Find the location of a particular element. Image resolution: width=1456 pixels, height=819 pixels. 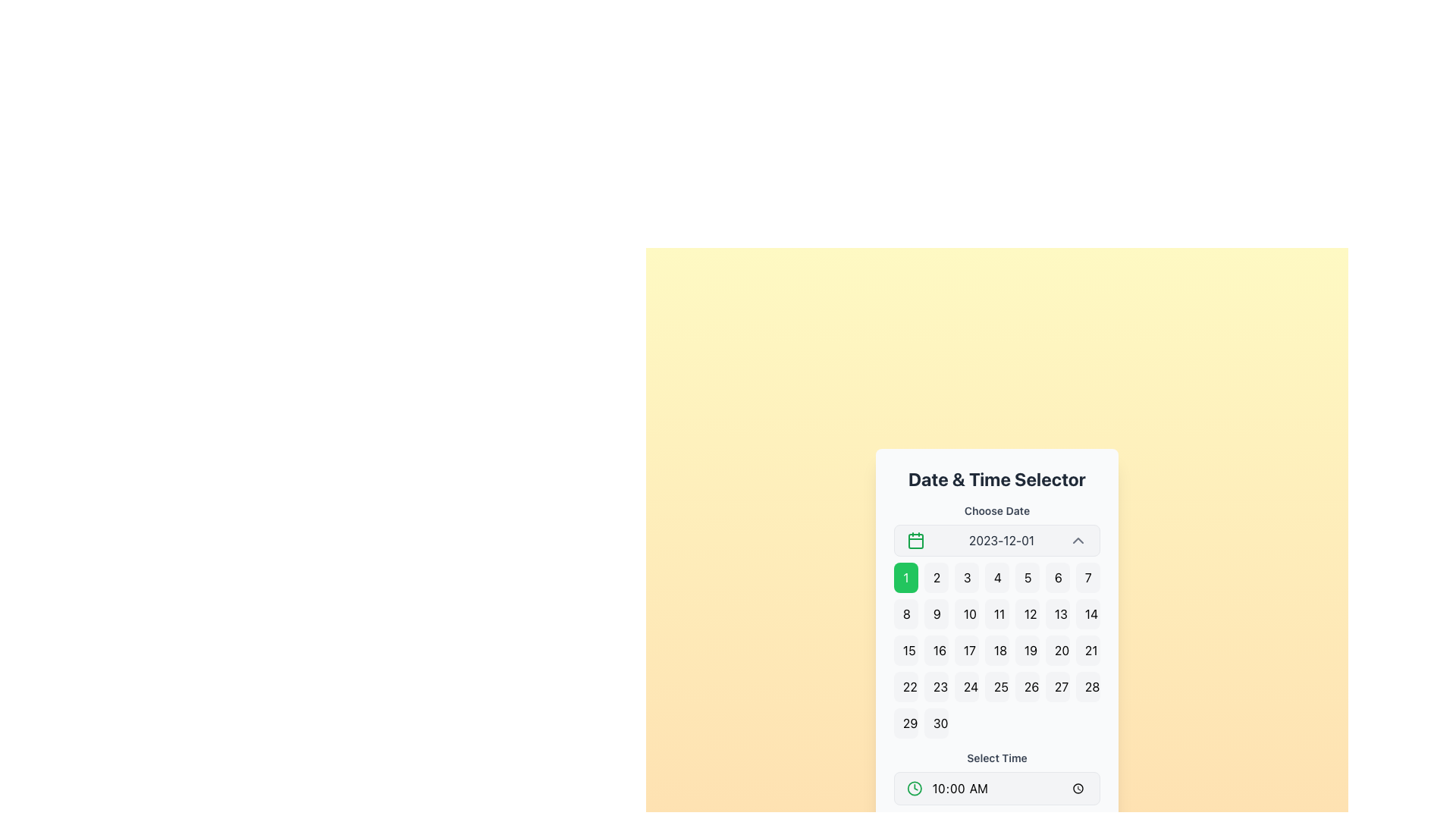

the button representing the 13th day of the month in the calendar grid is located at coordinates (1057, 614).